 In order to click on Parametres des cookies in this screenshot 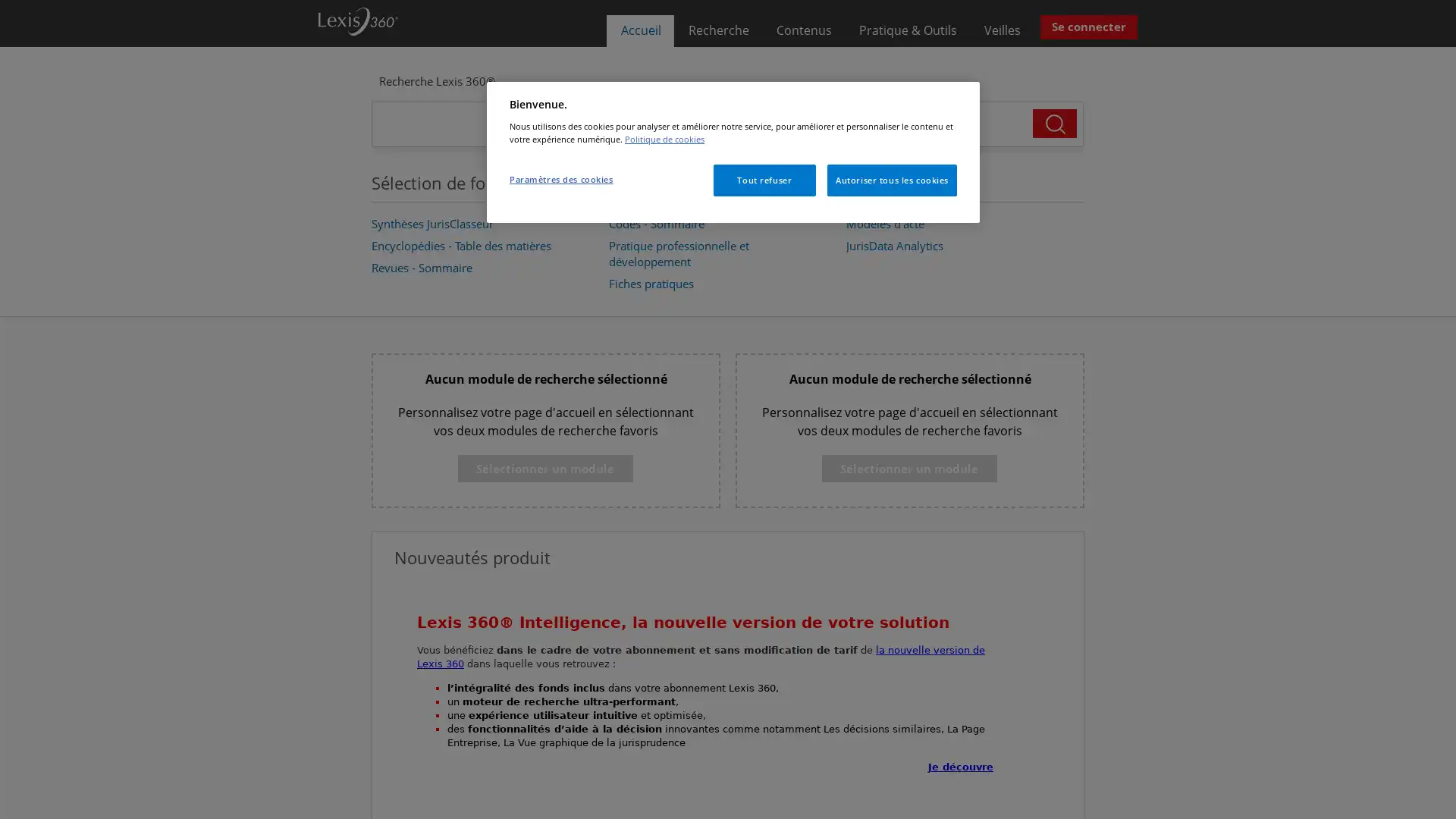, I will do `click(560, 177)`.